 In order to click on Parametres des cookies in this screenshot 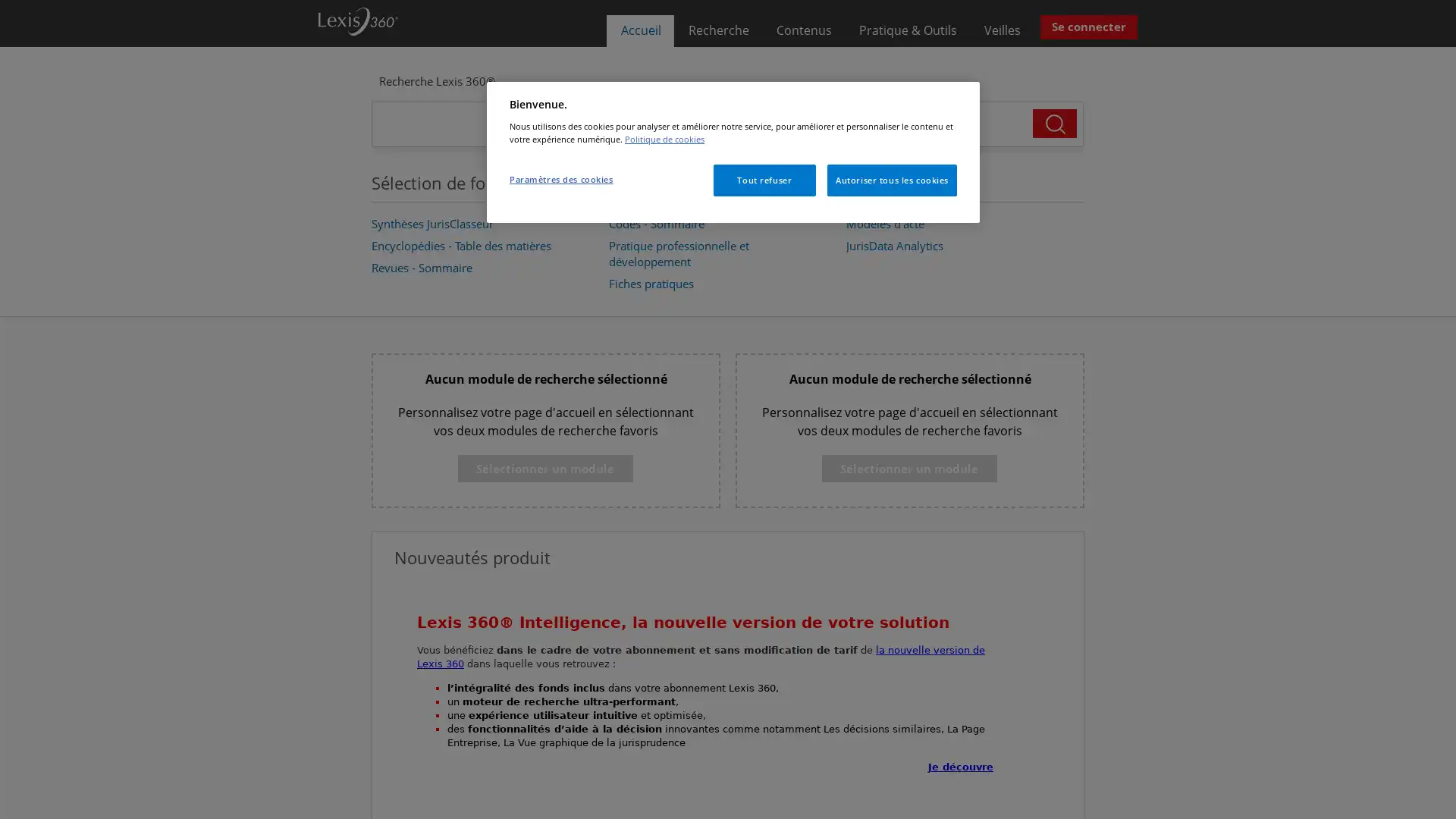, I will do `click(560, 177)`.